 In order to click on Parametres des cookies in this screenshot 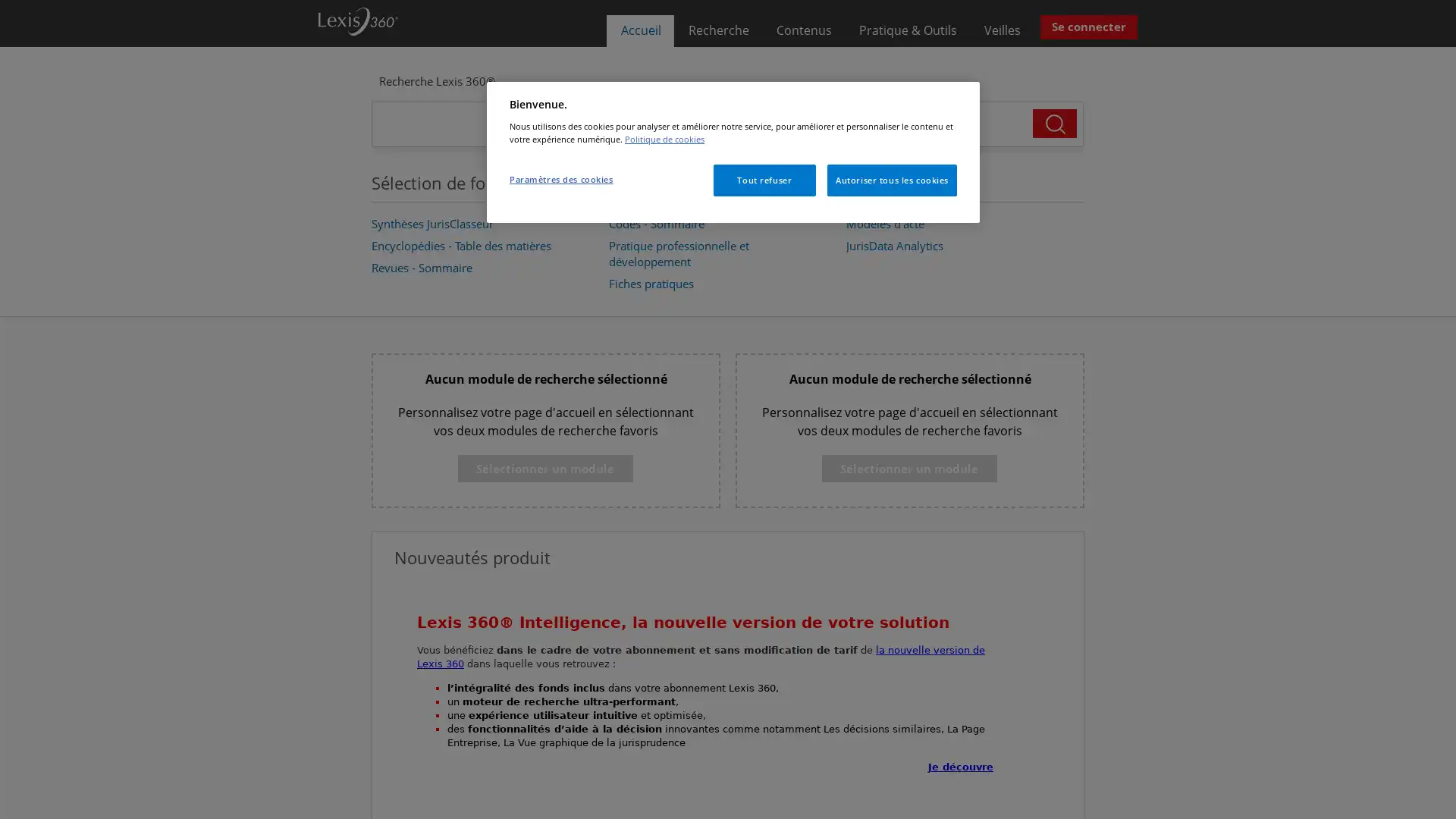, I will do `click(560, 177)`.